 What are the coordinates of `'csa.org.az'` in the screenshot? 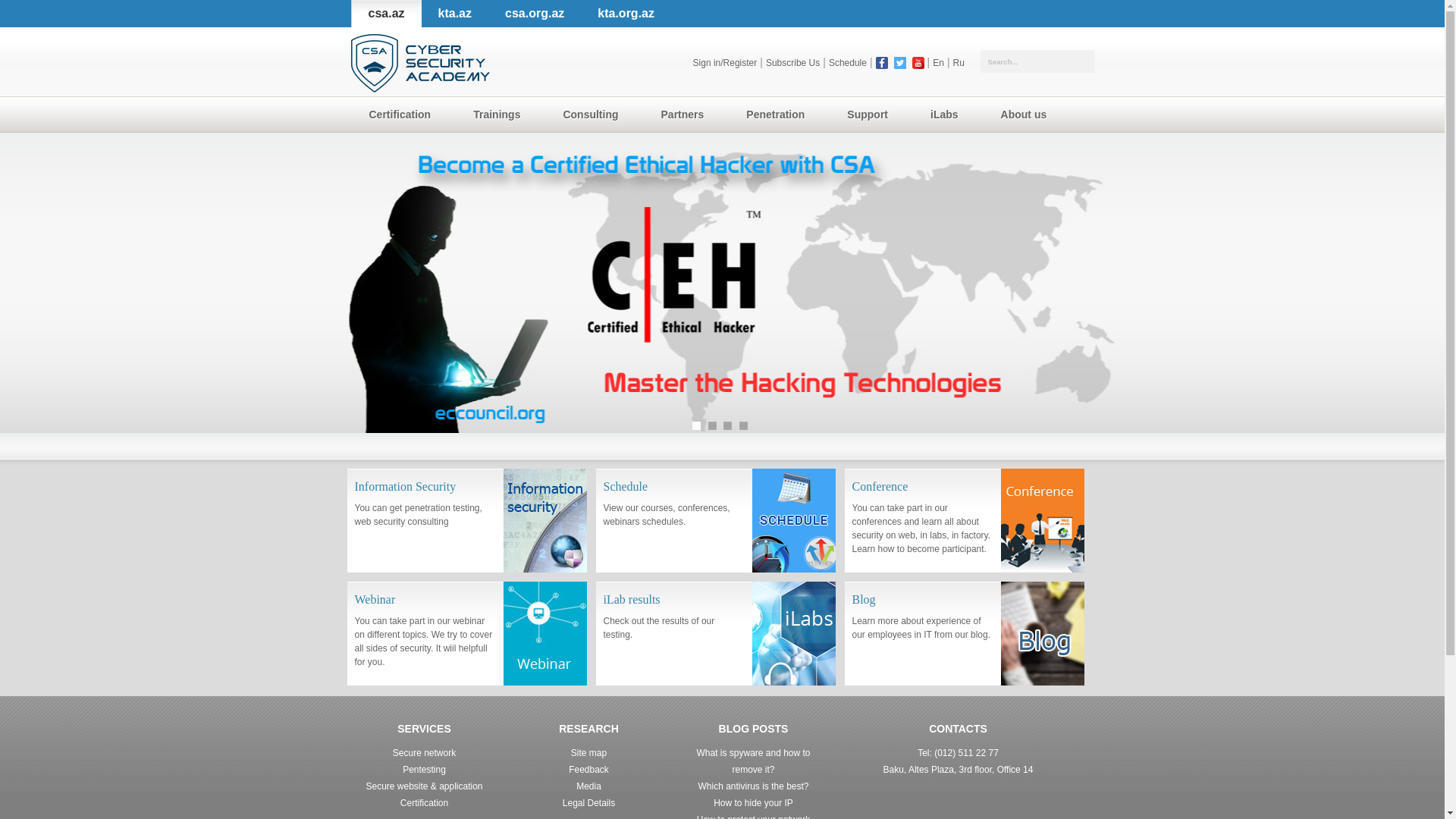 It's located at (535, 14).